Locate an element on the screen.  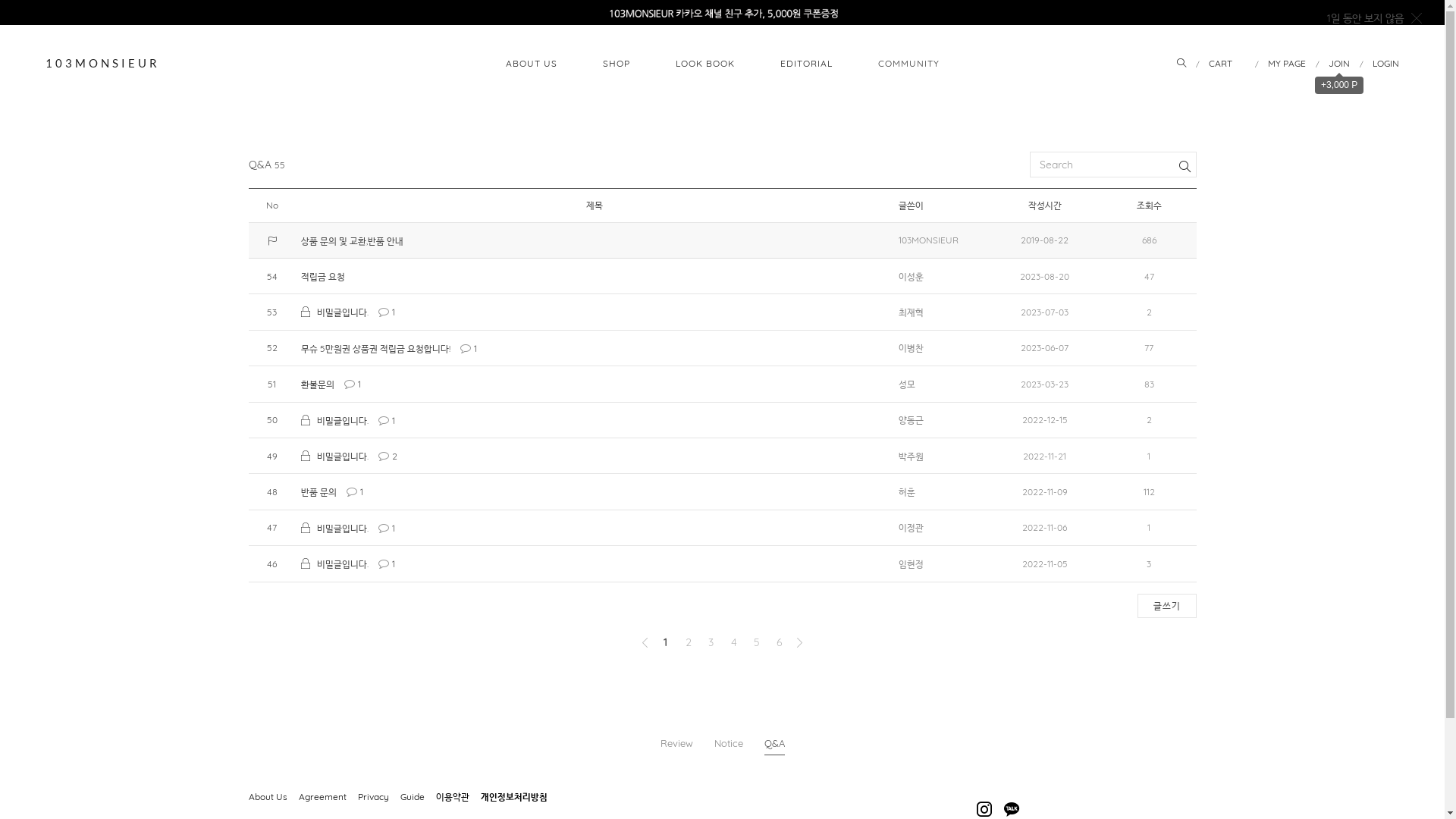
'Q&A' is located at coordinates (774, 745).